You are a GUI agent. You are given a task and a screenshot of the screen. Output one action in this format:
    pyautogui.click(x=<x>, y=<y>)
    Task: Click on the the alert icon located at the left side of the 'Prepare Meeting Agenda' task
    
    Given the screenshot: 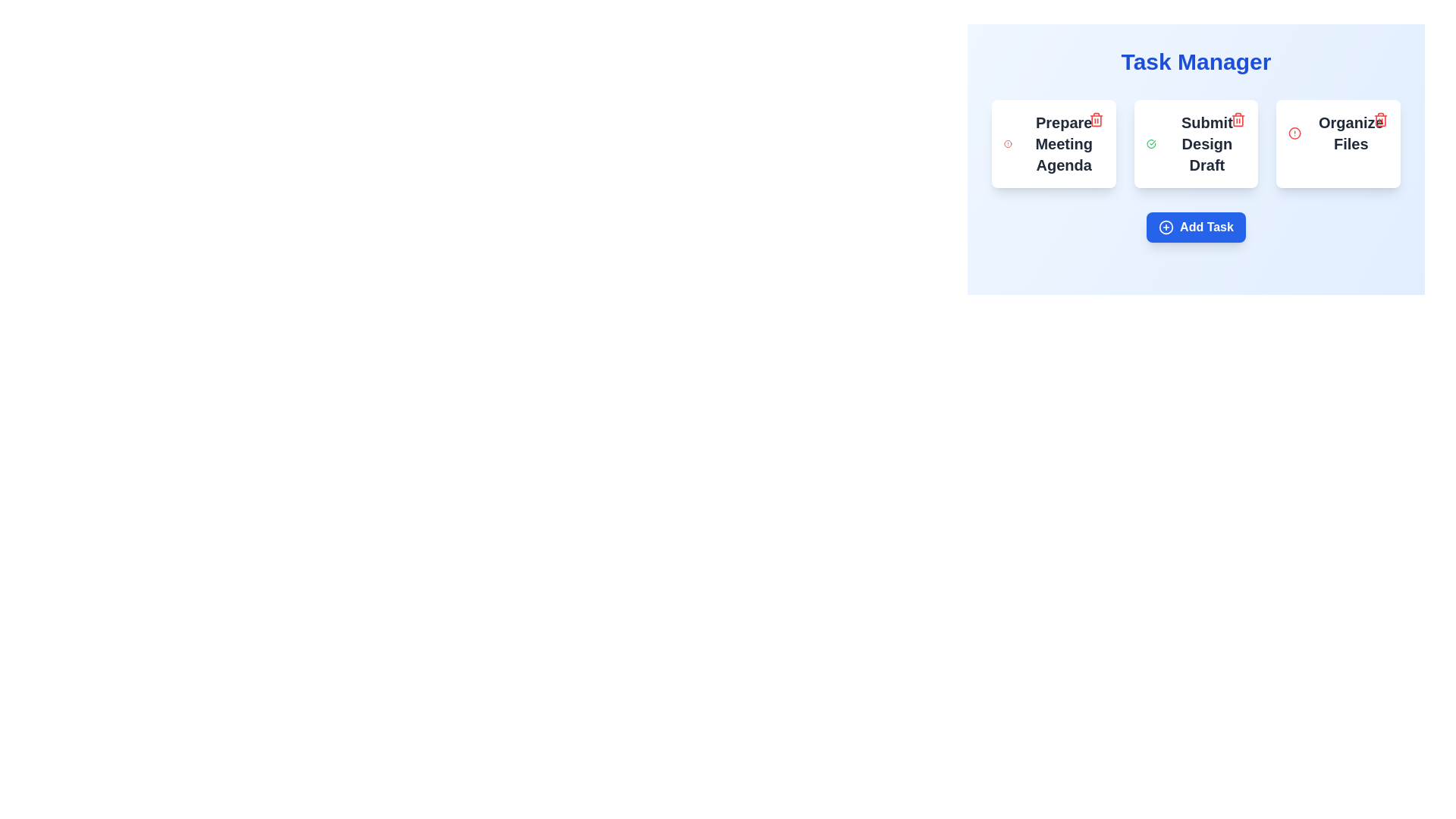 What is the action you would take?
    pyautogui.click(x=1008, y=143)
    